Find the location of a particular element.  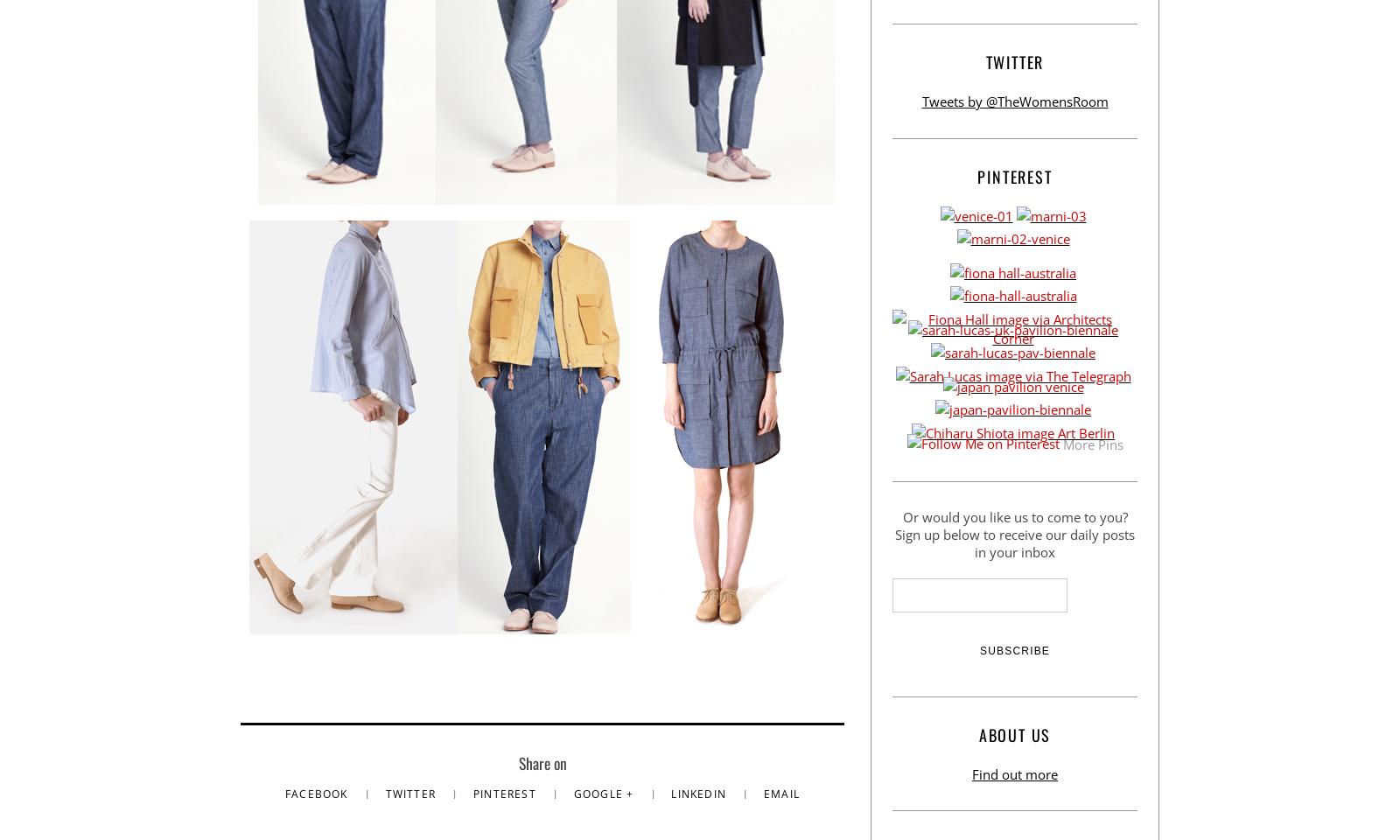

'Find out more' is located at coordinates (972, 772).